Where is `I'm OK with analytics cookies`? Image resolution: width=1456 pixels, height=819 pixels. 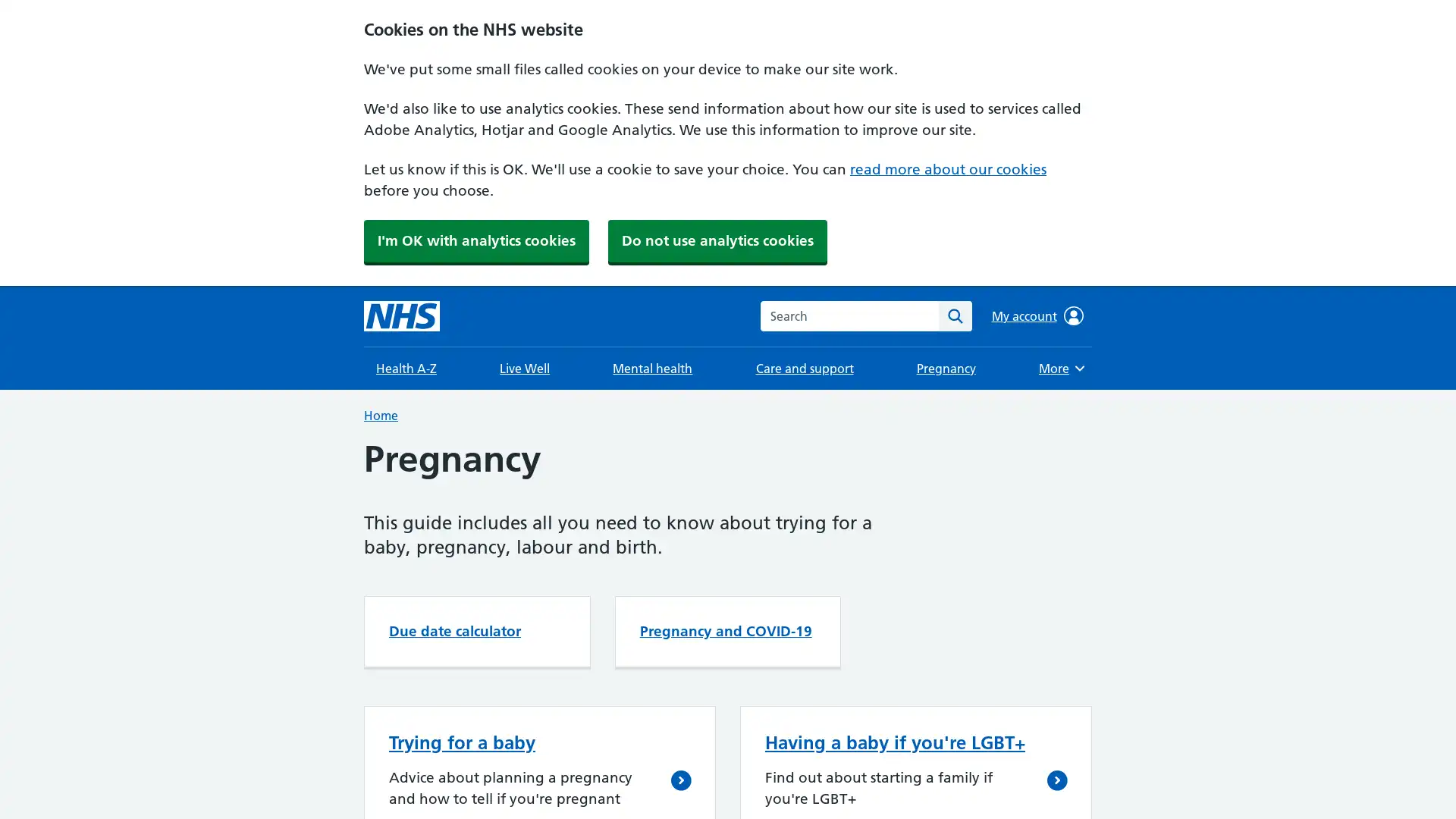 I'm OK with analytics cookies is located at coordinates (475, 240).